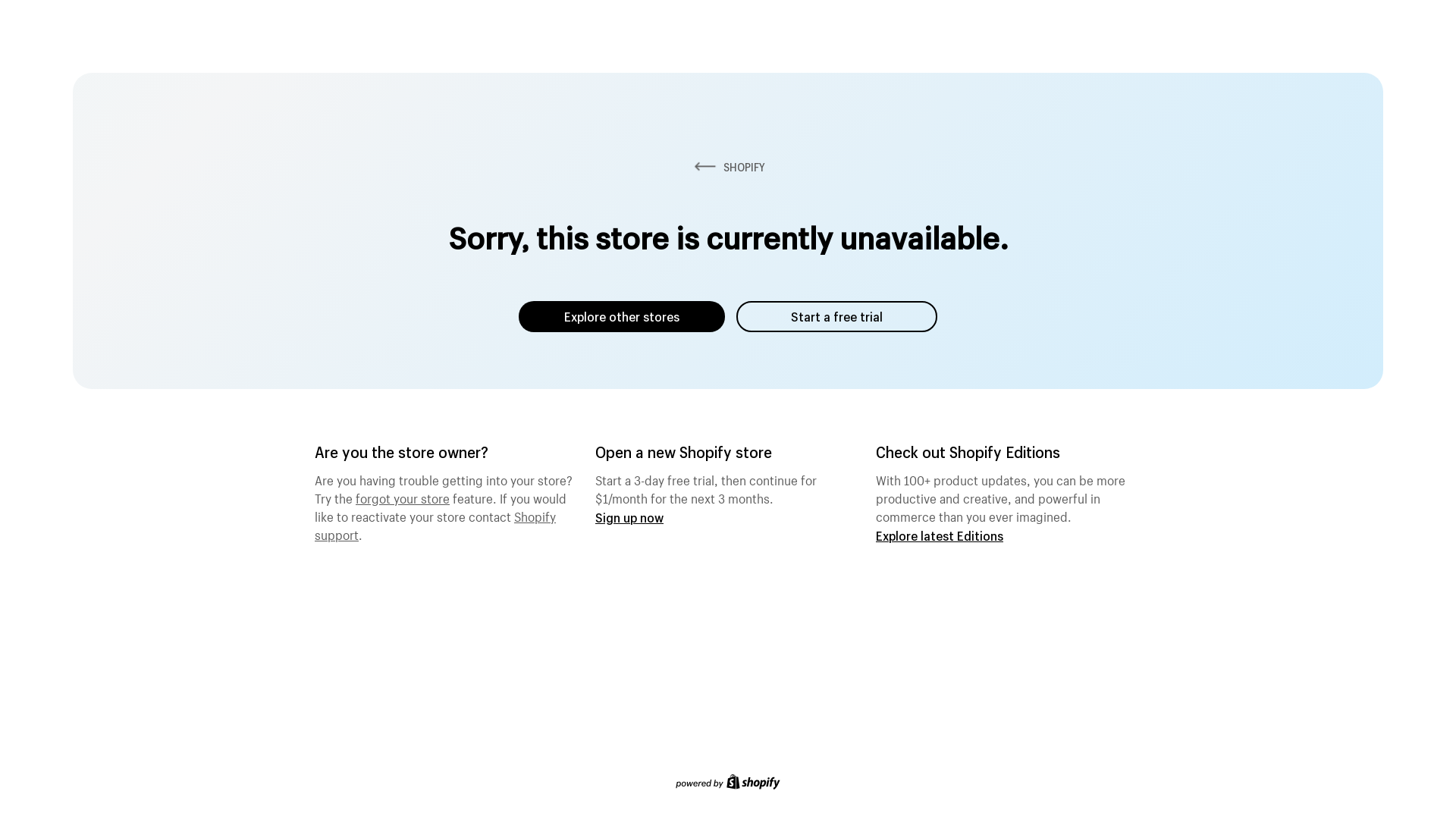  I want to click on 'Start a free trial', so click(836, 315).